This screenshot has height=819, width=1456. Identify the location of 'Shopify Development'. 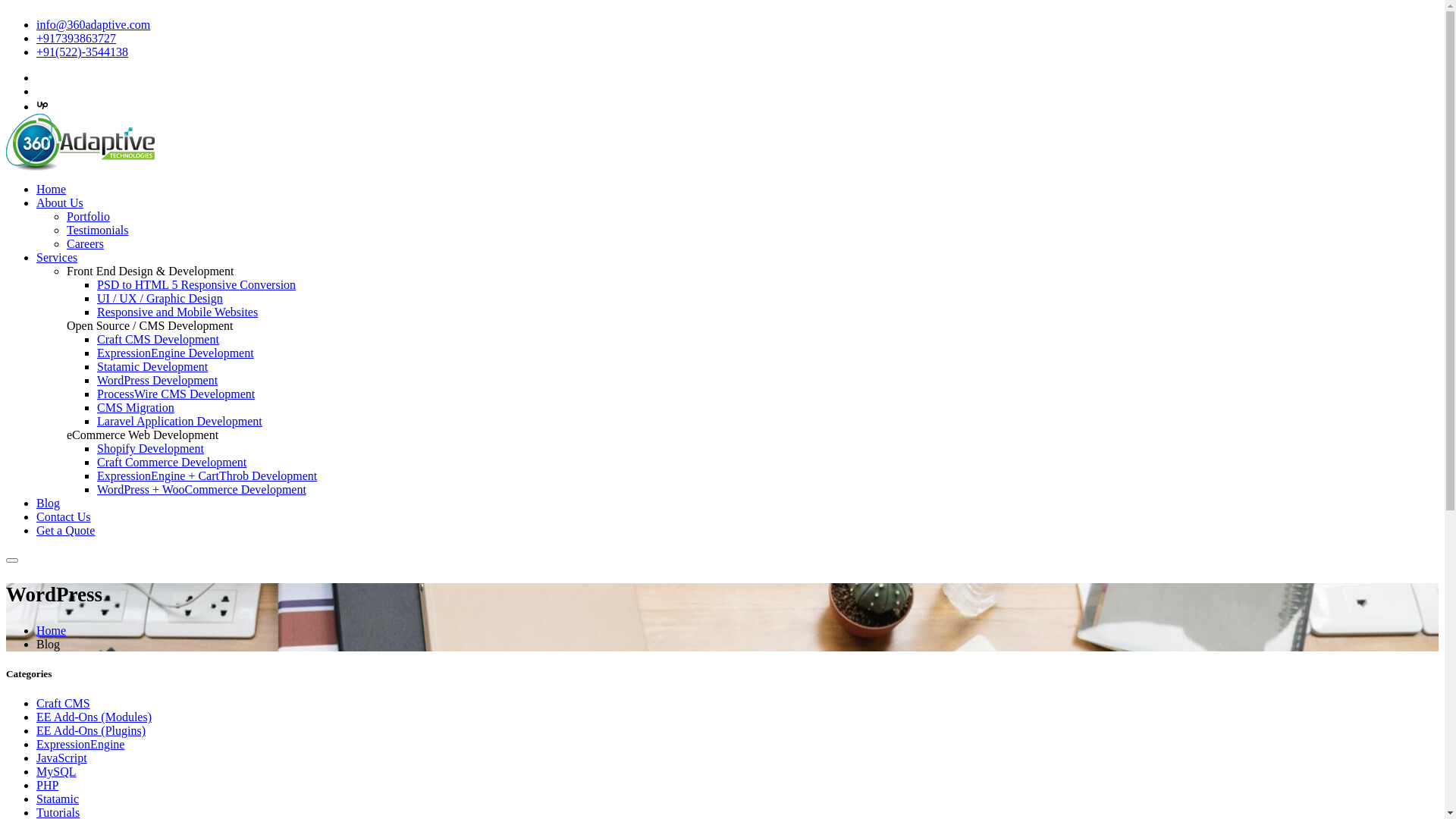
(150, 447).